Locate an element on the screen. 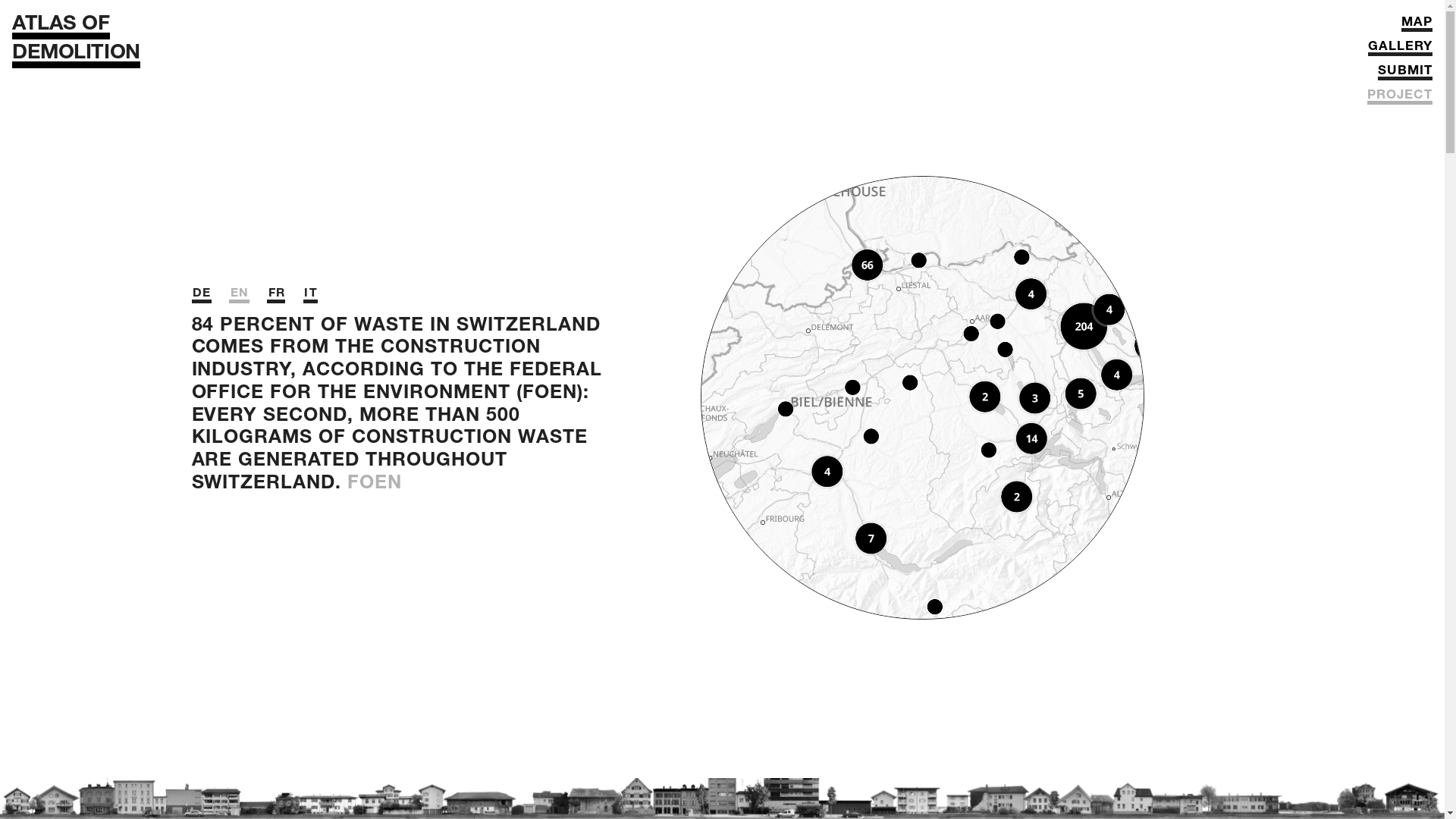  'IT' is located at coordinates (309, 295).